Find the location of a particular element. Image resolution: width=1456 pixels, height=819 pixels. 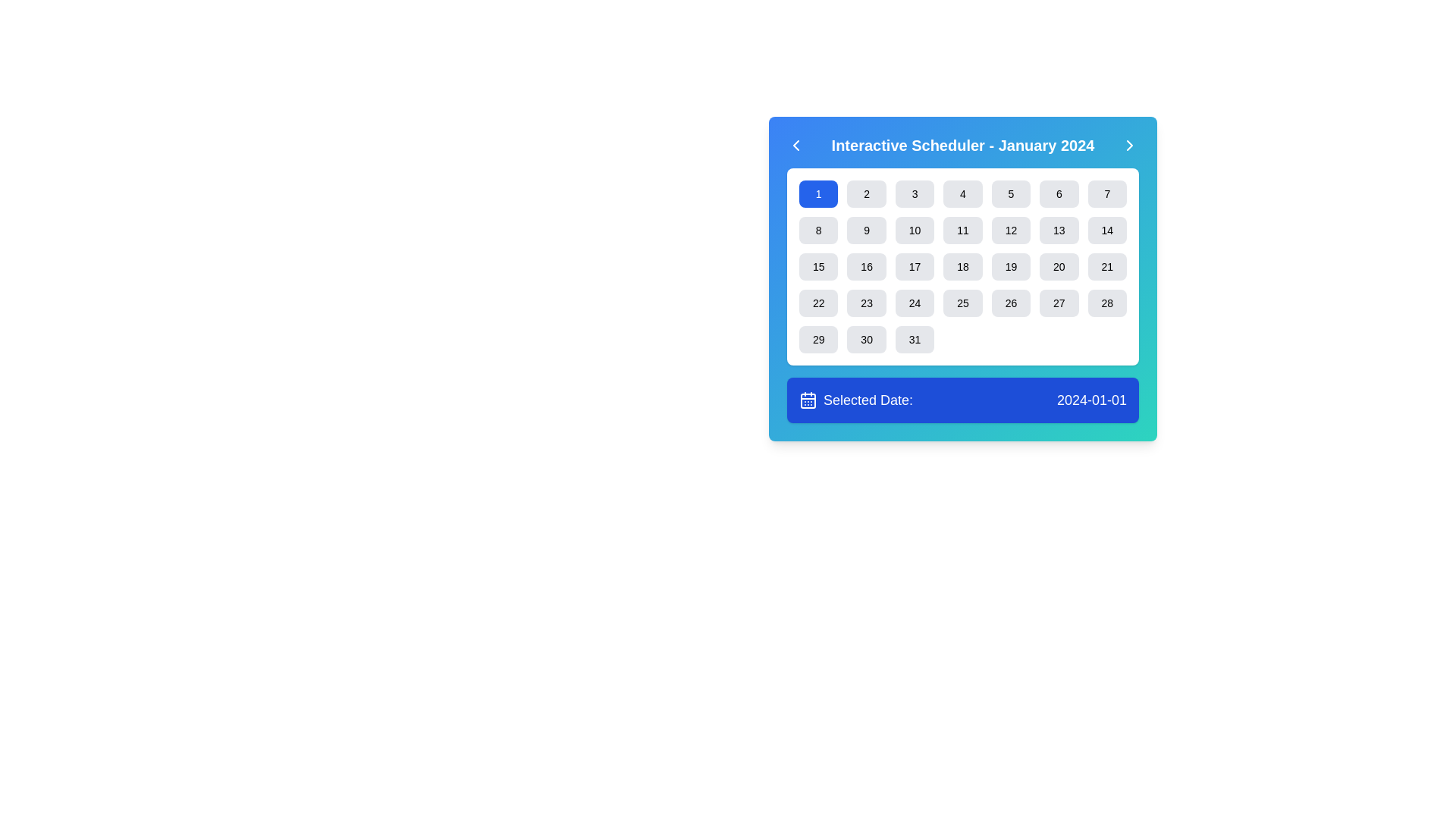

the selectable date button representing the number '24' in the calendar interface is located at coordinates (914, 303).